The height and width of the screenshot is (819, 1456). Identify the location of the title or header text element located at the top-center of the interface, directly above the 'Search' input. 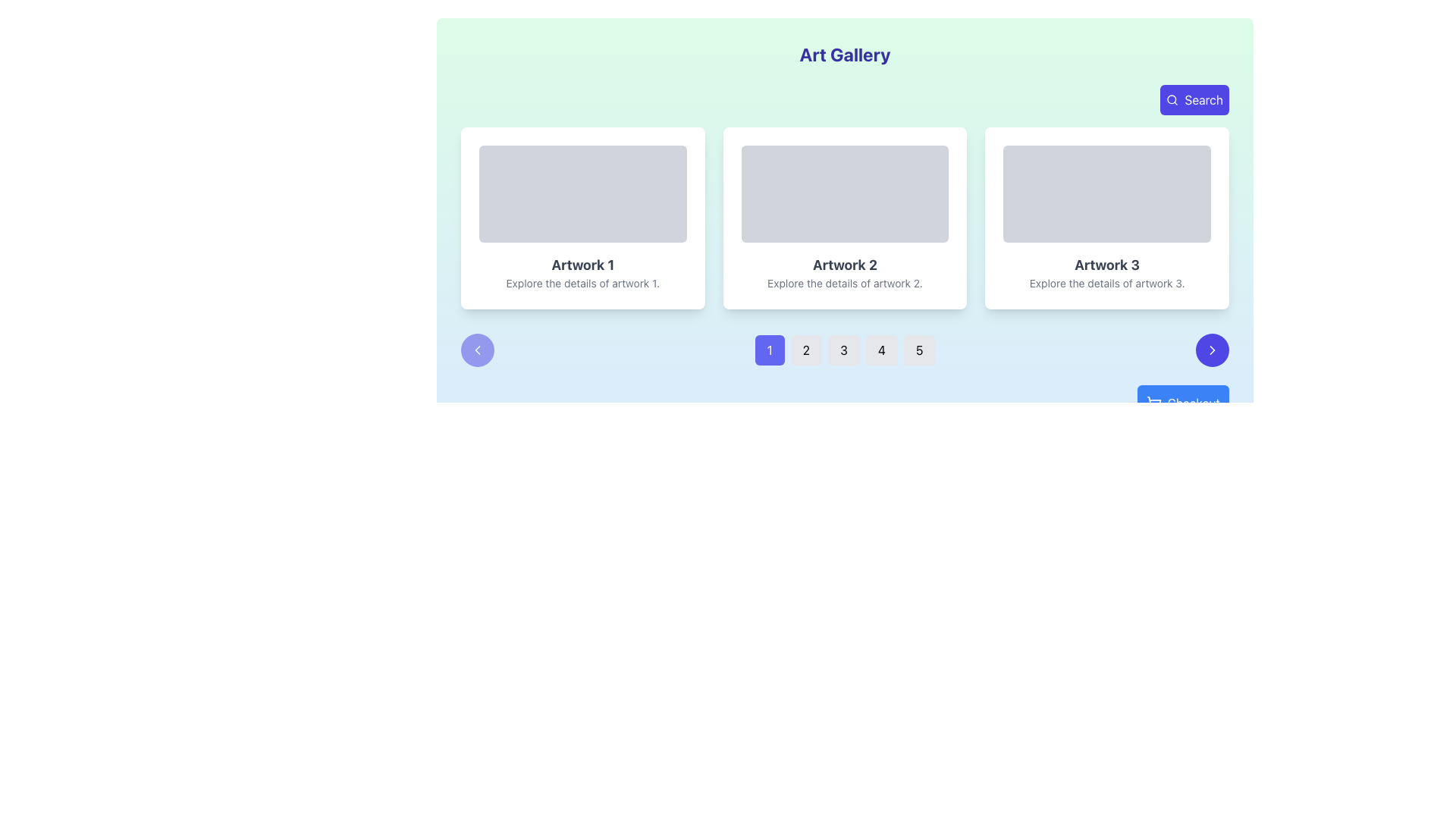
(844, 54).